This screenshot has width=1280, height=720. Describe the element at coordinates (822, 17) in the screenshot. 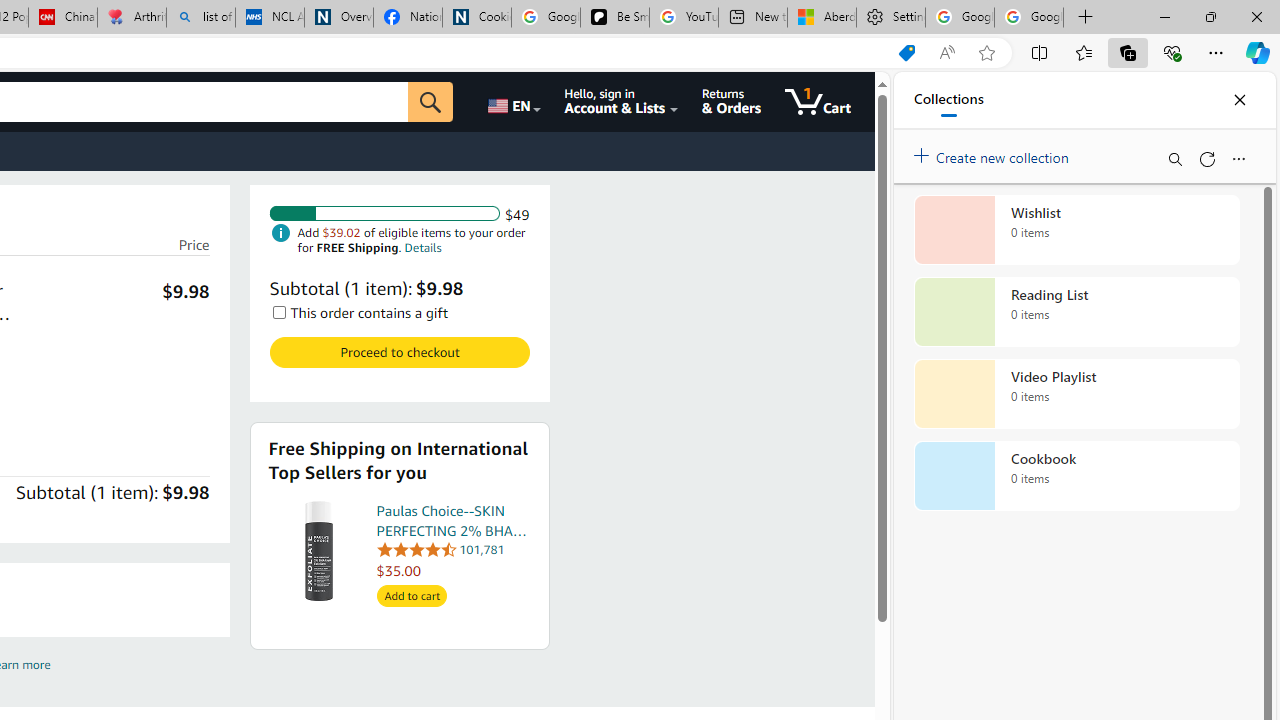

I see `'Aberdeen, Hong Kong SAR hourly forecast | Microsoft Weather'` at that location.